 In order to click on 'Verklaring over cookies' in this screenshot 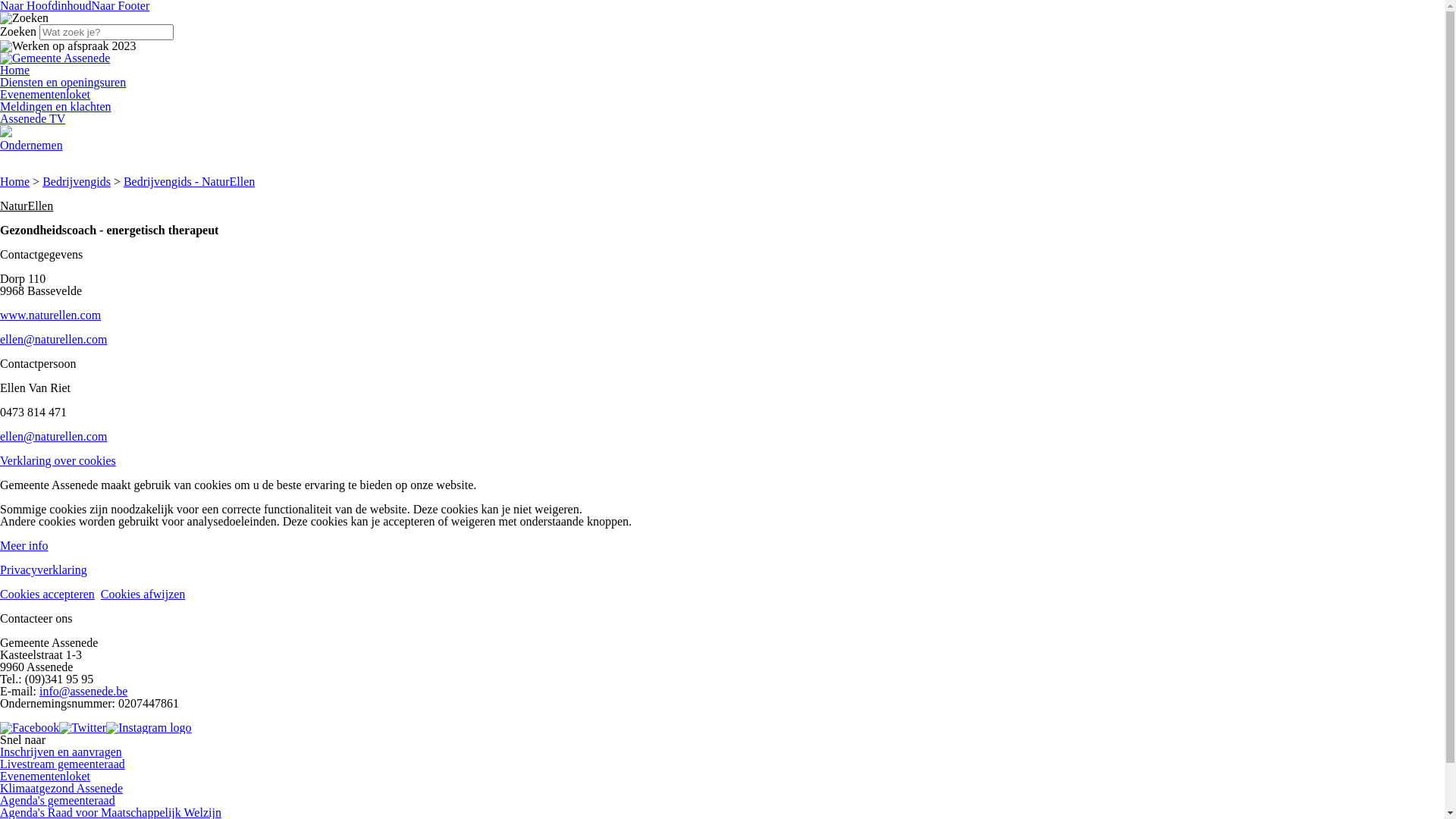, I will do `click(58, 460)`.